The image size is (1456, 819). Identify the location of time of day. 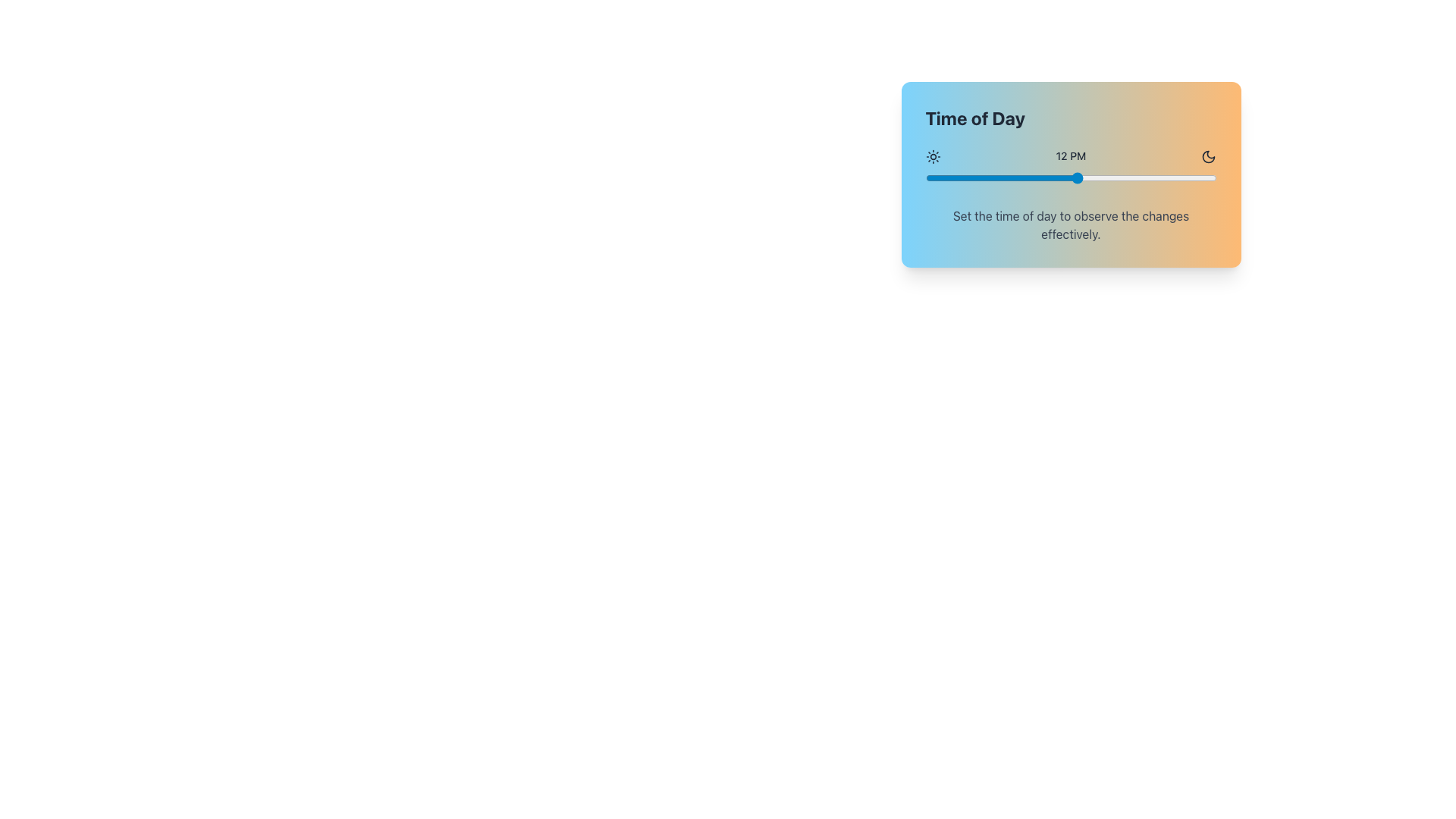
(1153, 177).